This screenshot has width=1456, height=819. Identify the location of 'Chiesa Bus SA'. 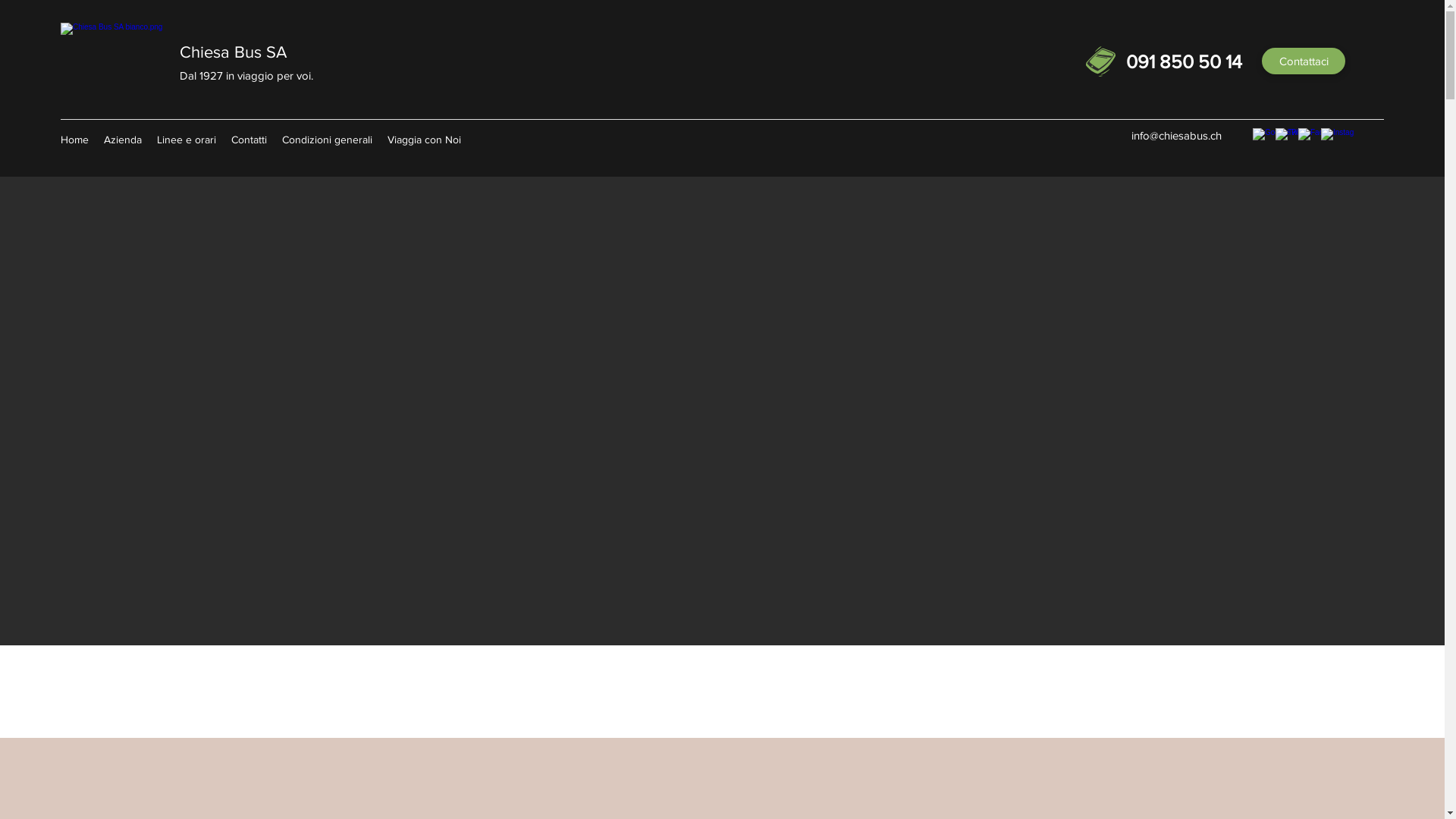
(232, 51).